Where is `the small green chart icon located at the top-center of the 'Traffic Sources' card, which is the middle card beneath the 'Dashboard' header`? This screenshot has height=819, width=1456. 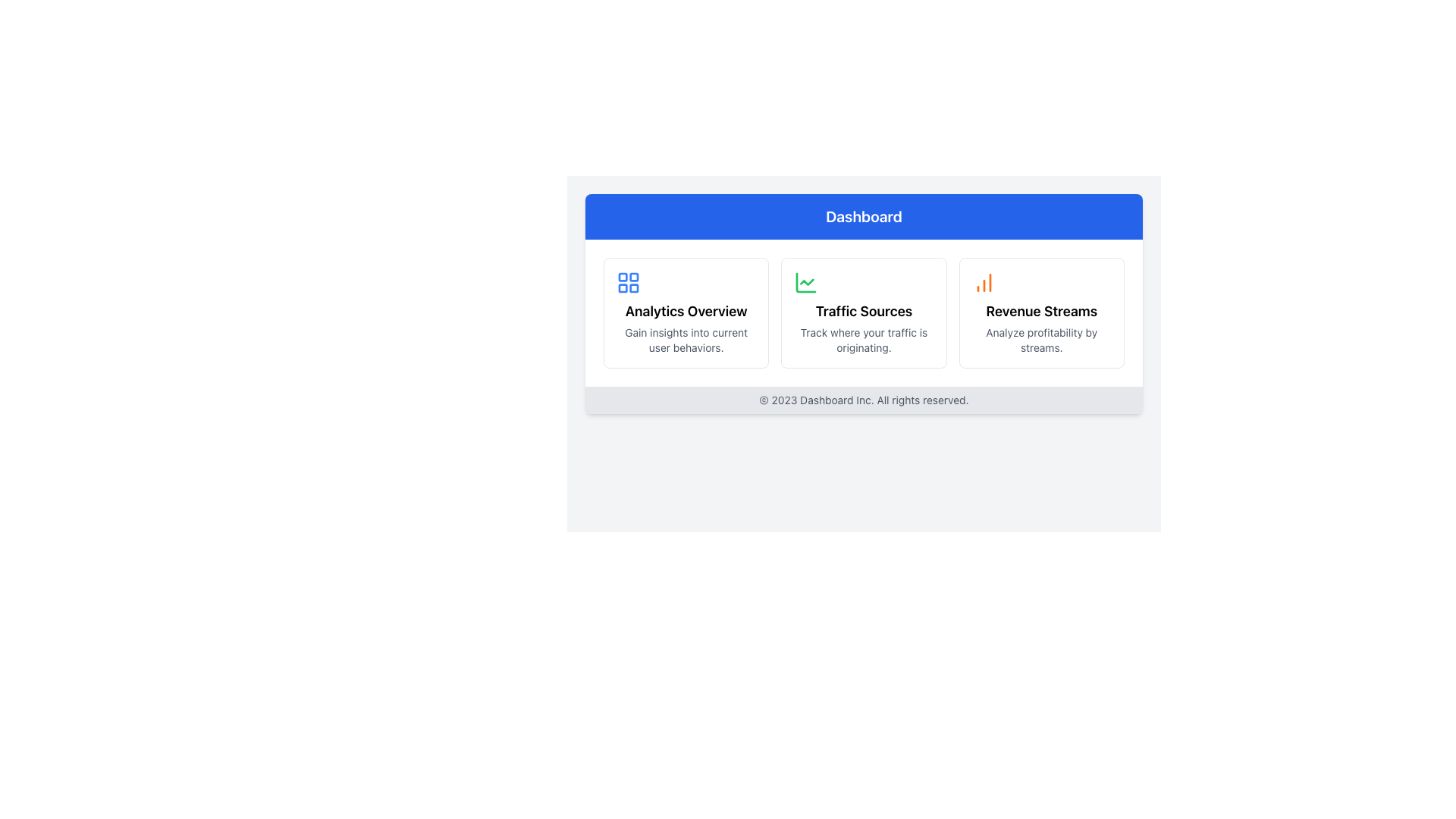 the small green chart icon located at the top-center of the 'Traffic Sources' card, which is the middle card beneath the 'Dashboard' header is located at coordinates (805, 283).